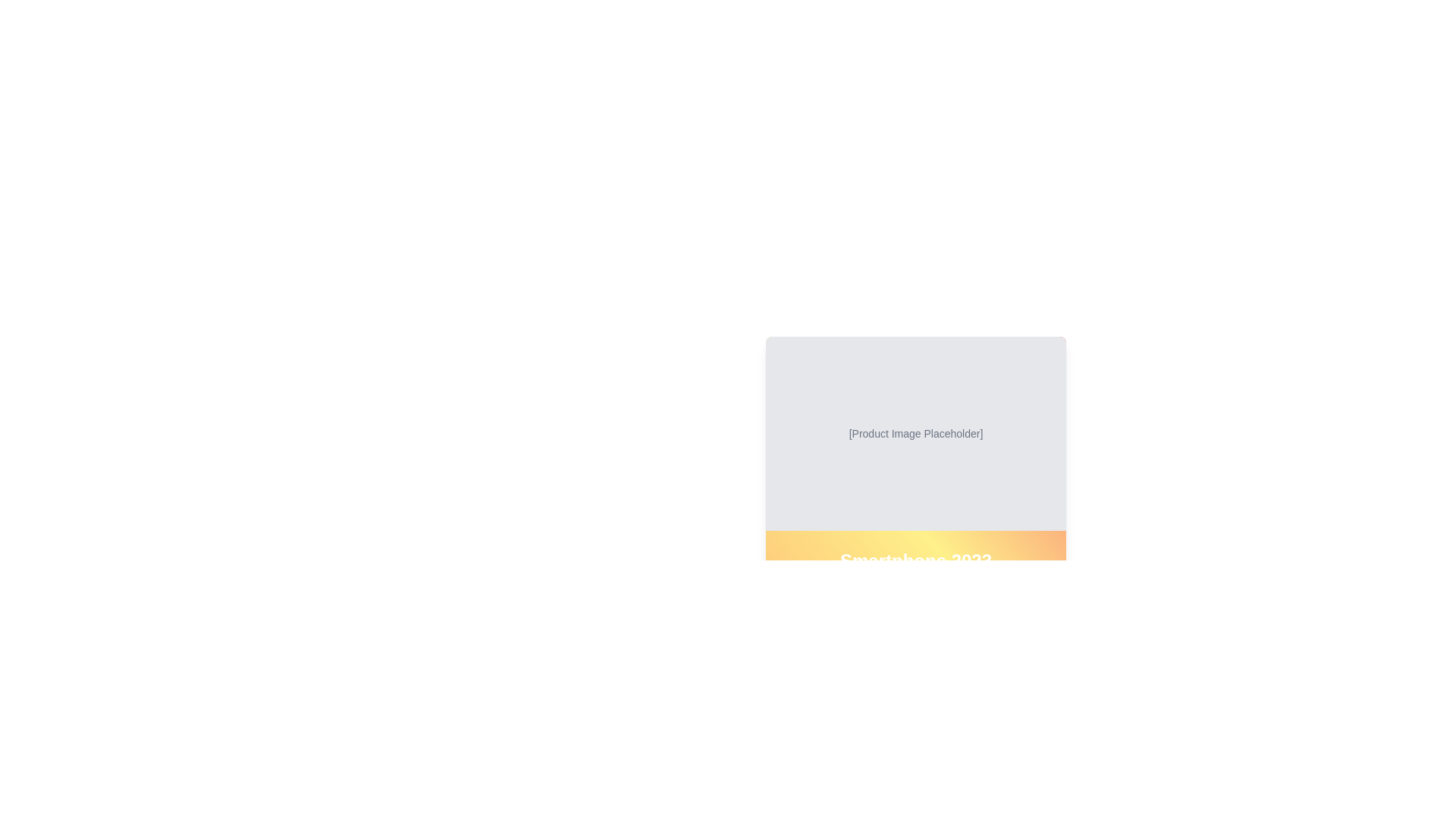 This screenshot has height=819, width=1456. I want to click on the text label that indicates the product image placeholder, which displays the text '[Product Image Placeholder]' centered in a light gray box, so click(915, 433).